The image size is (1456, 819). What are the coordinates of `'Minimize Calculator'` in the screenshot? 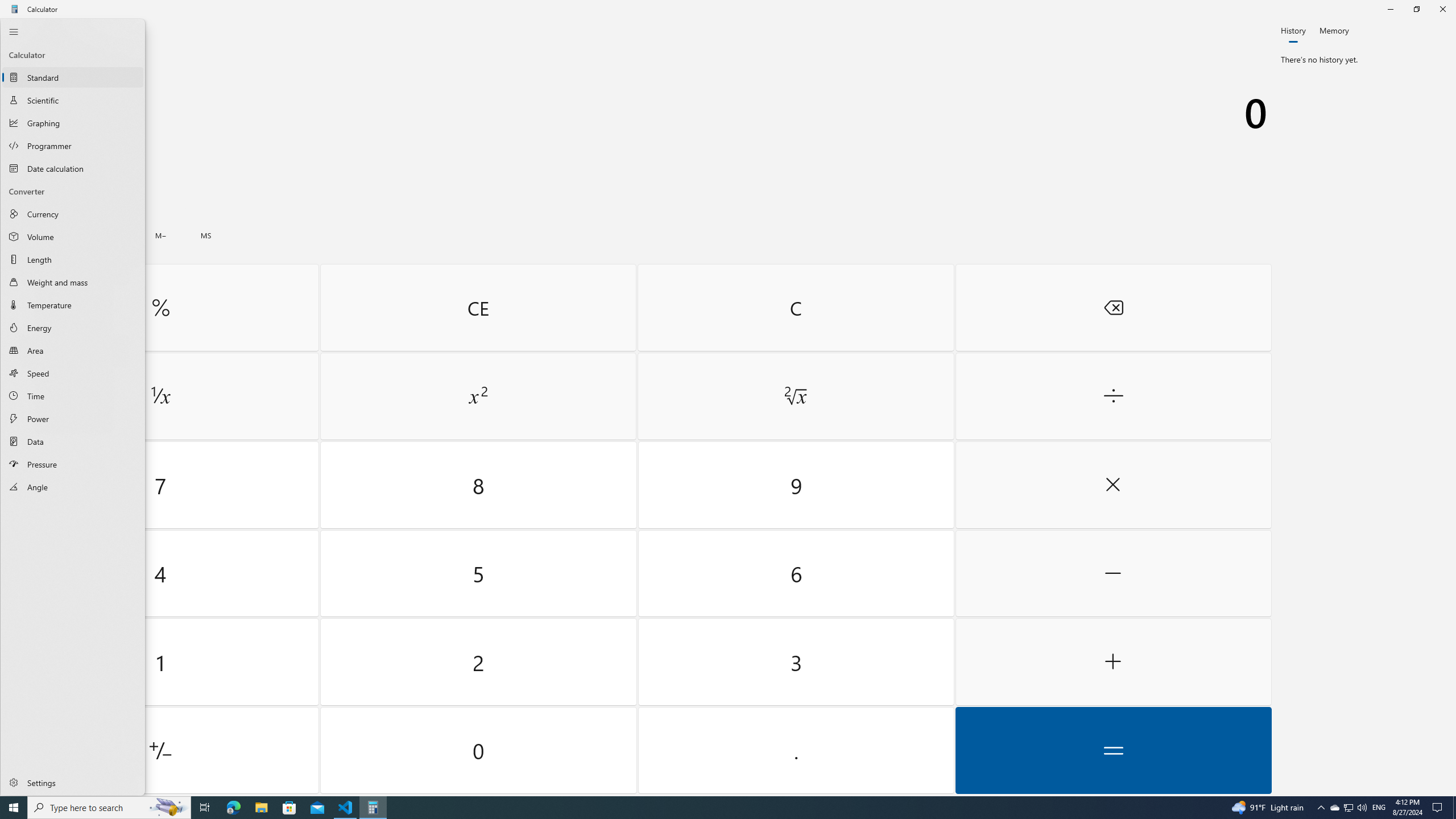 It's located at (1389, 9).